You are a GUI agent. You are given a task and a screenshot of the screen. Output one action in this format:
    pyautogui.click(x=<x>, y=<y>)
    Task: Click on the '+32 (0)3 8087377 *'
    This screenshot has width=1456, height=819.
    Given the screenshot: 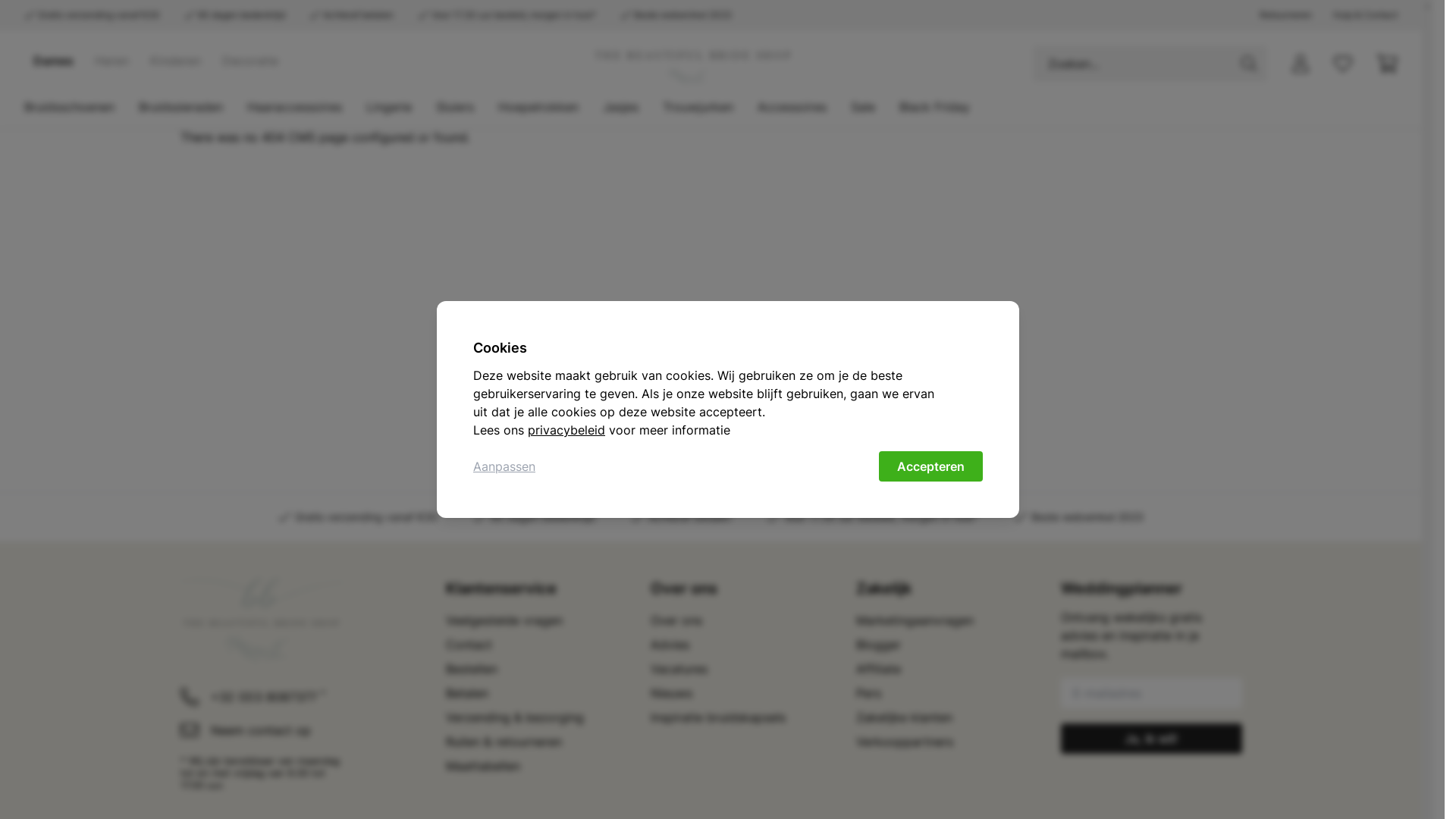 What is the action you would take?
    pyautogui.click(x=312, y=696)
    